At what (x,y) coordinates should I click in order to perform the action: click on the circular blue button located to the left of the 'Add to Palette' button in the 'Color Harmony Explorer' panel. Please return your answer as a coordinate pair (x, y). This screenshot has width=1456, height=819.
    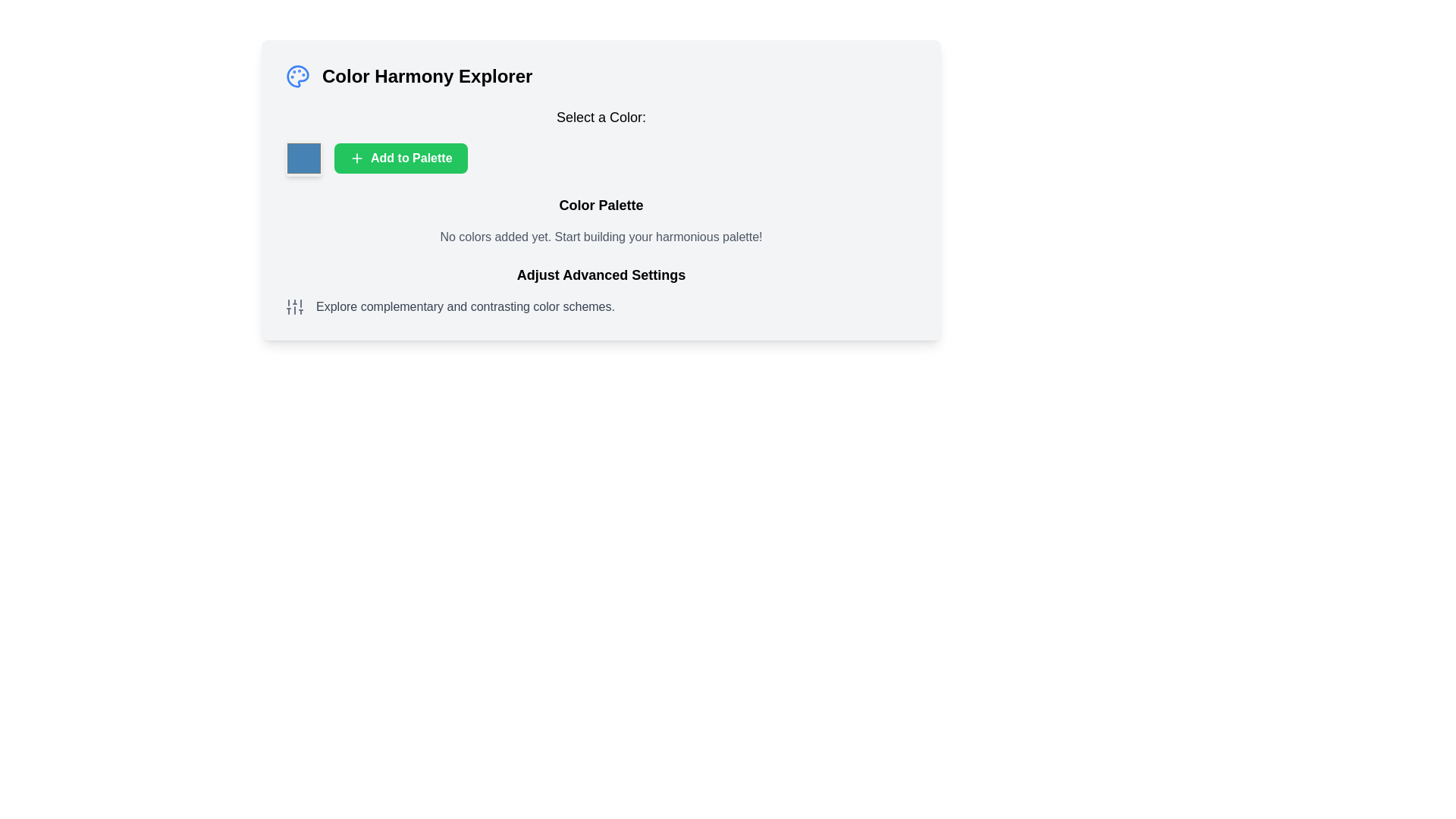
    Looking at the image, I should click on (303, 158).